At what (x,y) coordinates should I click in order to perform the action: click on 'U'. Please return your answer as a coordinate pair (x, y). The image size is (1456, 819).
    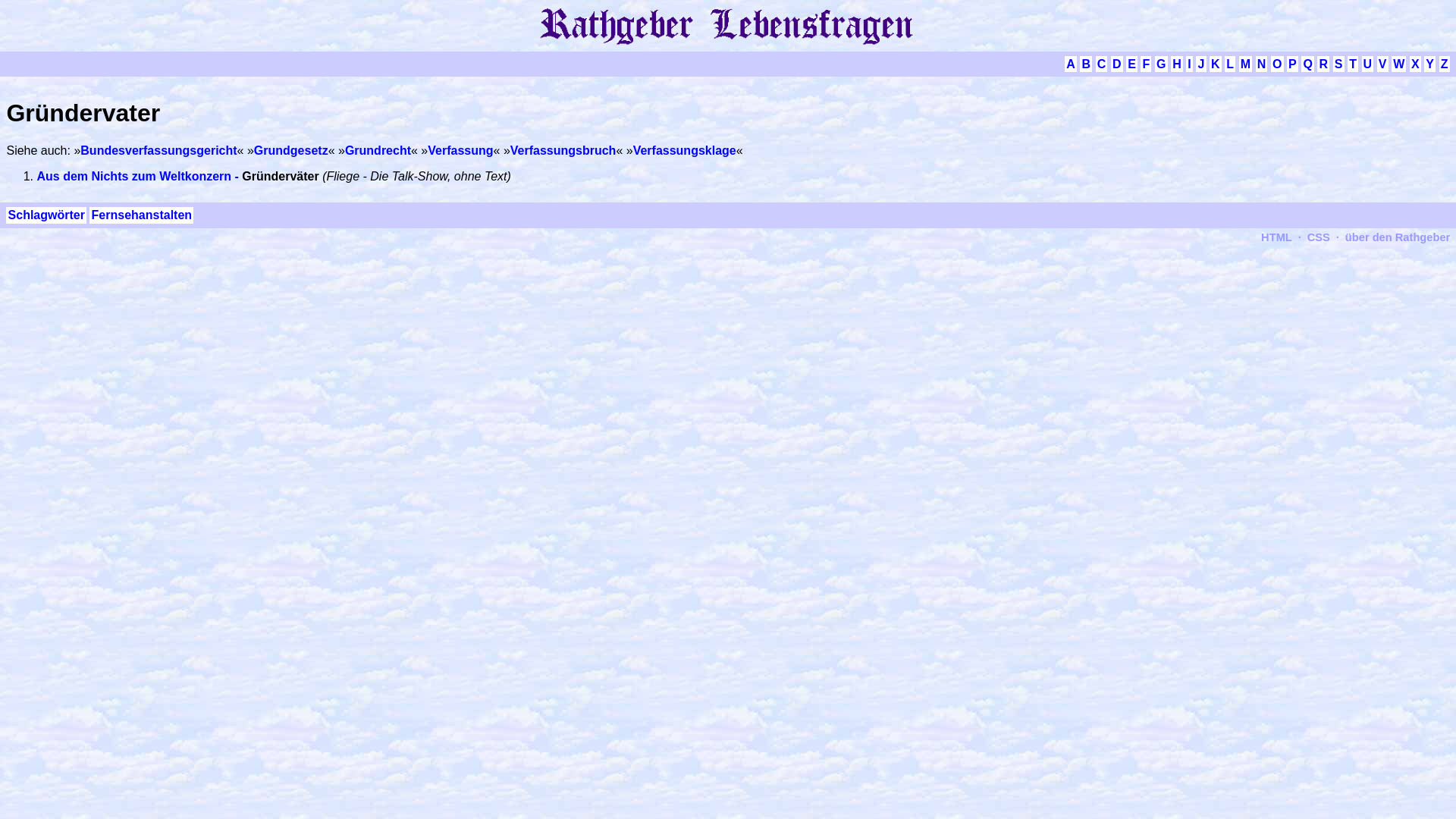
    Looking at the image, I should click on (1368, 63).